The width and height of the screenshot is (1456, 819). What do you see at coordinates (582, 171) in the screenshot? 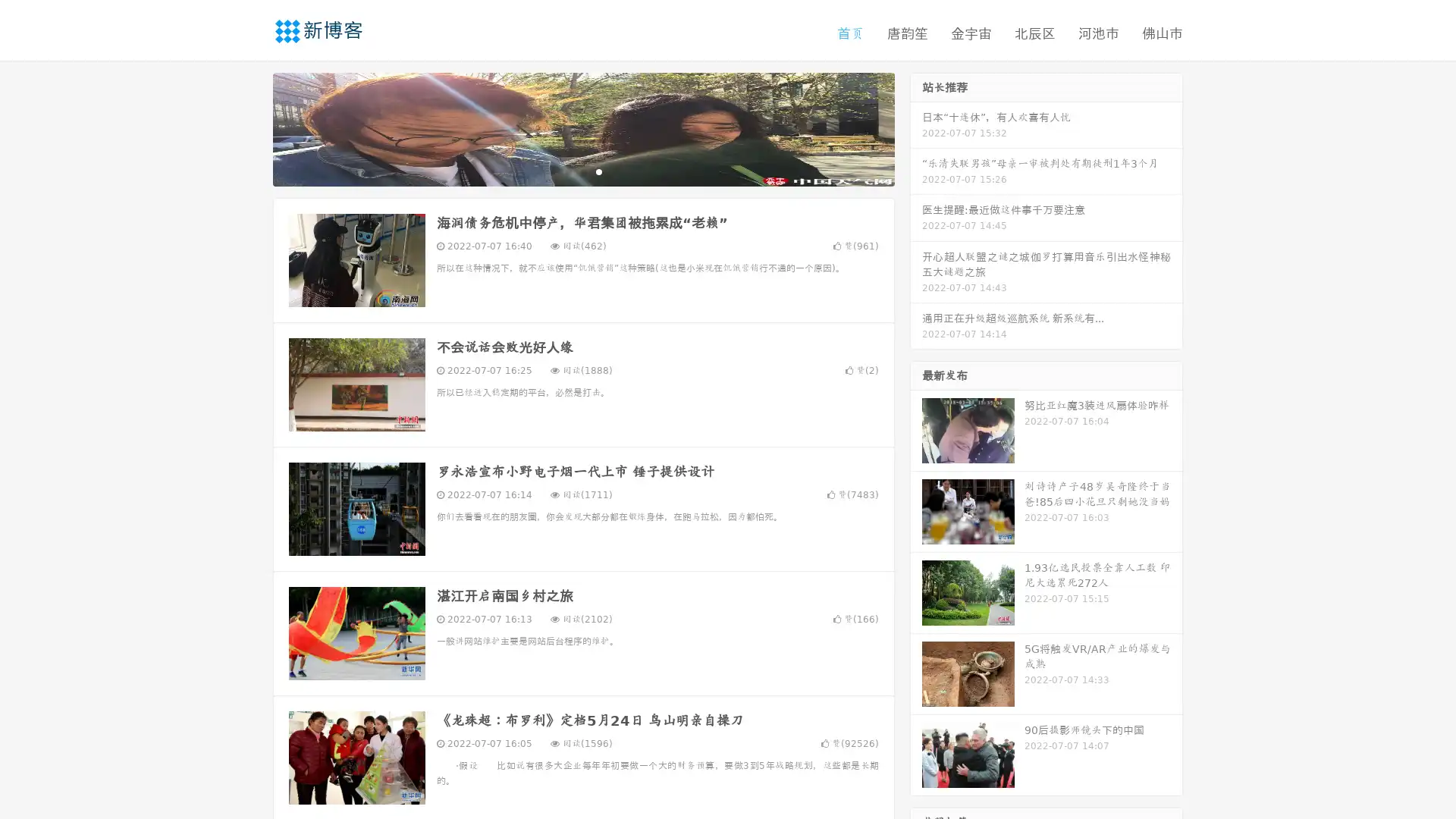
I see `Go to slide 2` at bounding box center [582, 171].